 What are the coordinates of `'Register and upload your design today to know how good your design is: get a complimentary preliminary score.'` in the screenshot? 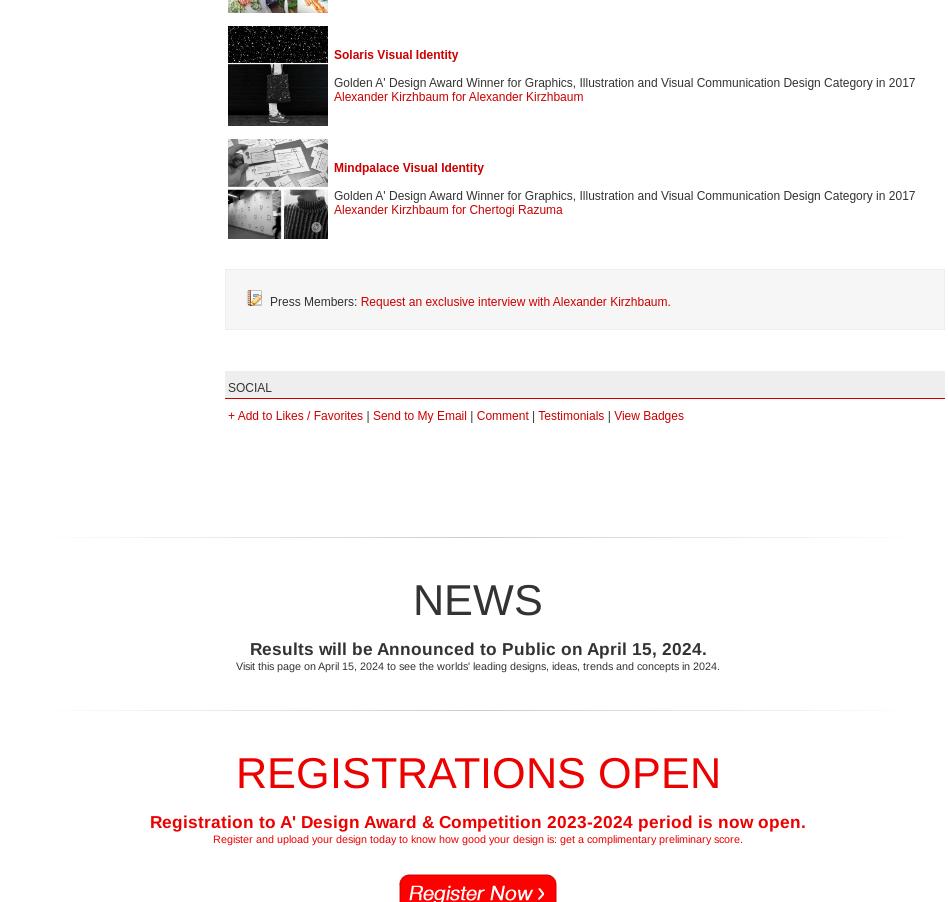 It's located at (212, 837).